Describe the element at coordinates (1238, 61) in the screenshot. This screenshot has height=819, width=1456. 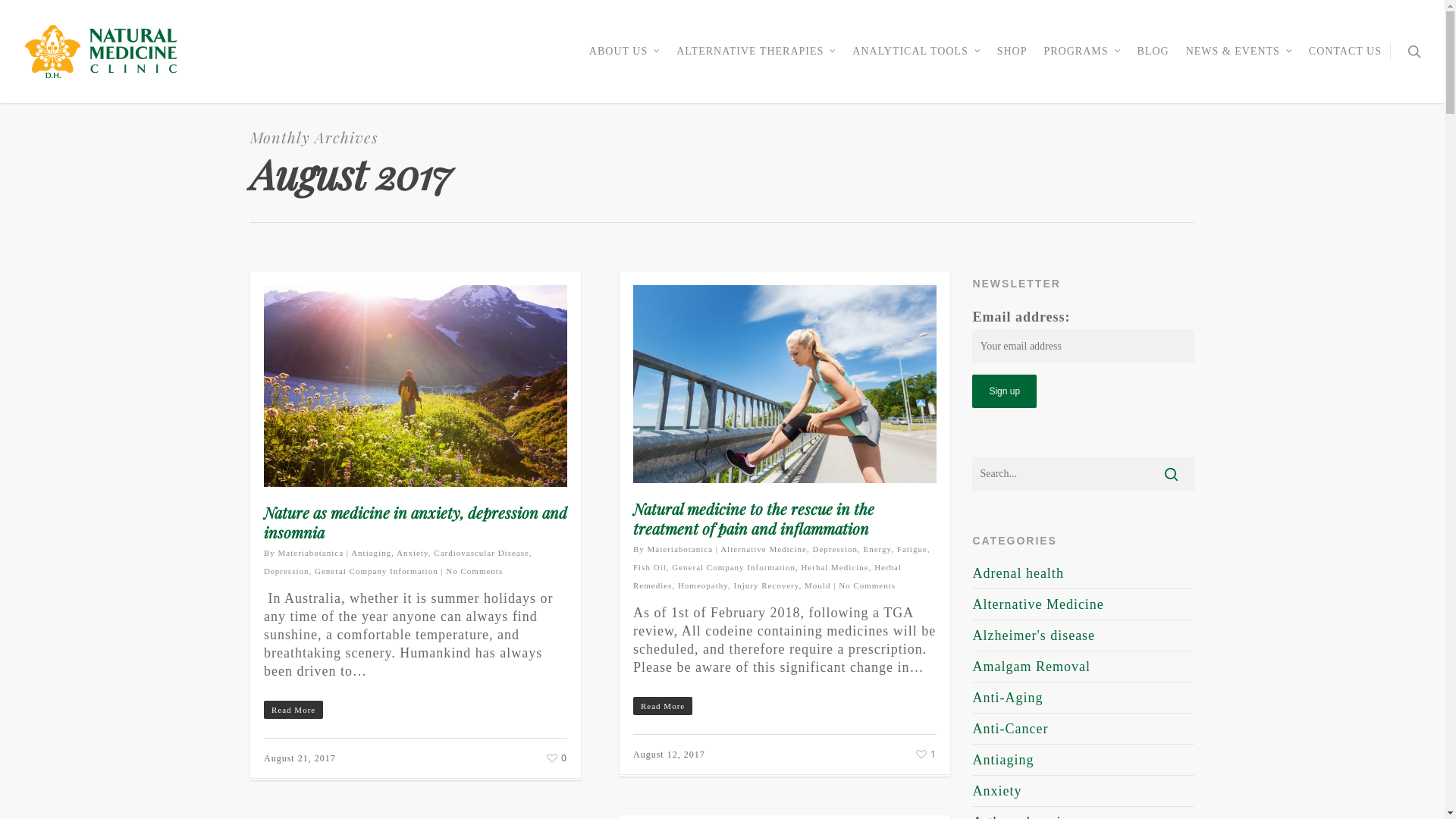
I see `'NEWS & EVENTS'` at that location.